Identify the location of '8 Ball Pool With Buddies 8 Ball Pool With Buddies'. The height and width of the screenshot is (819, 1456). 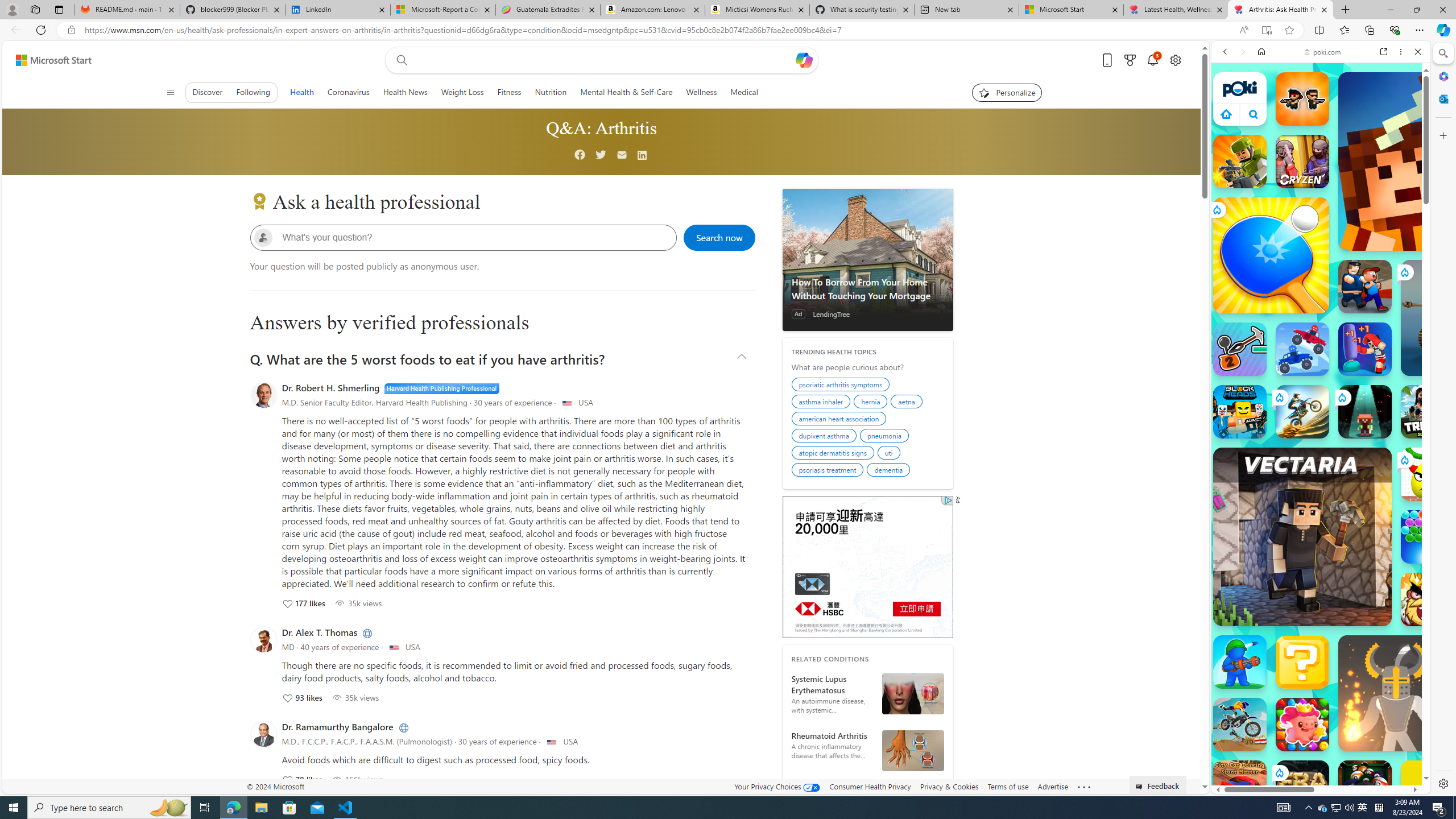
(1365, 786).